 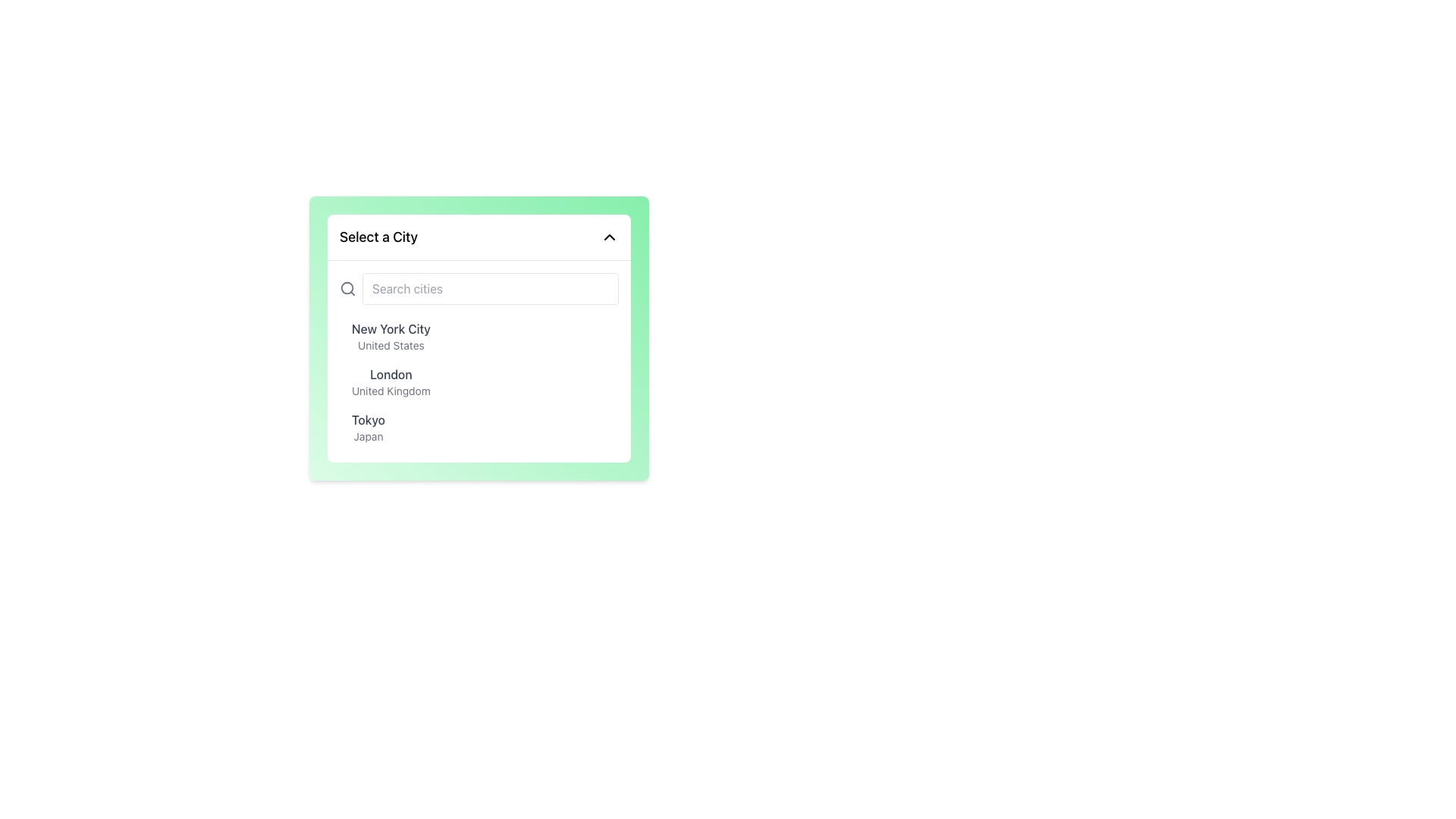 What do you see at coordinates (391, 391) in the screenshot?
I see `the Text Label providing context for 'London', which indicates the country associated with the city` at bounding box center [391, 391].